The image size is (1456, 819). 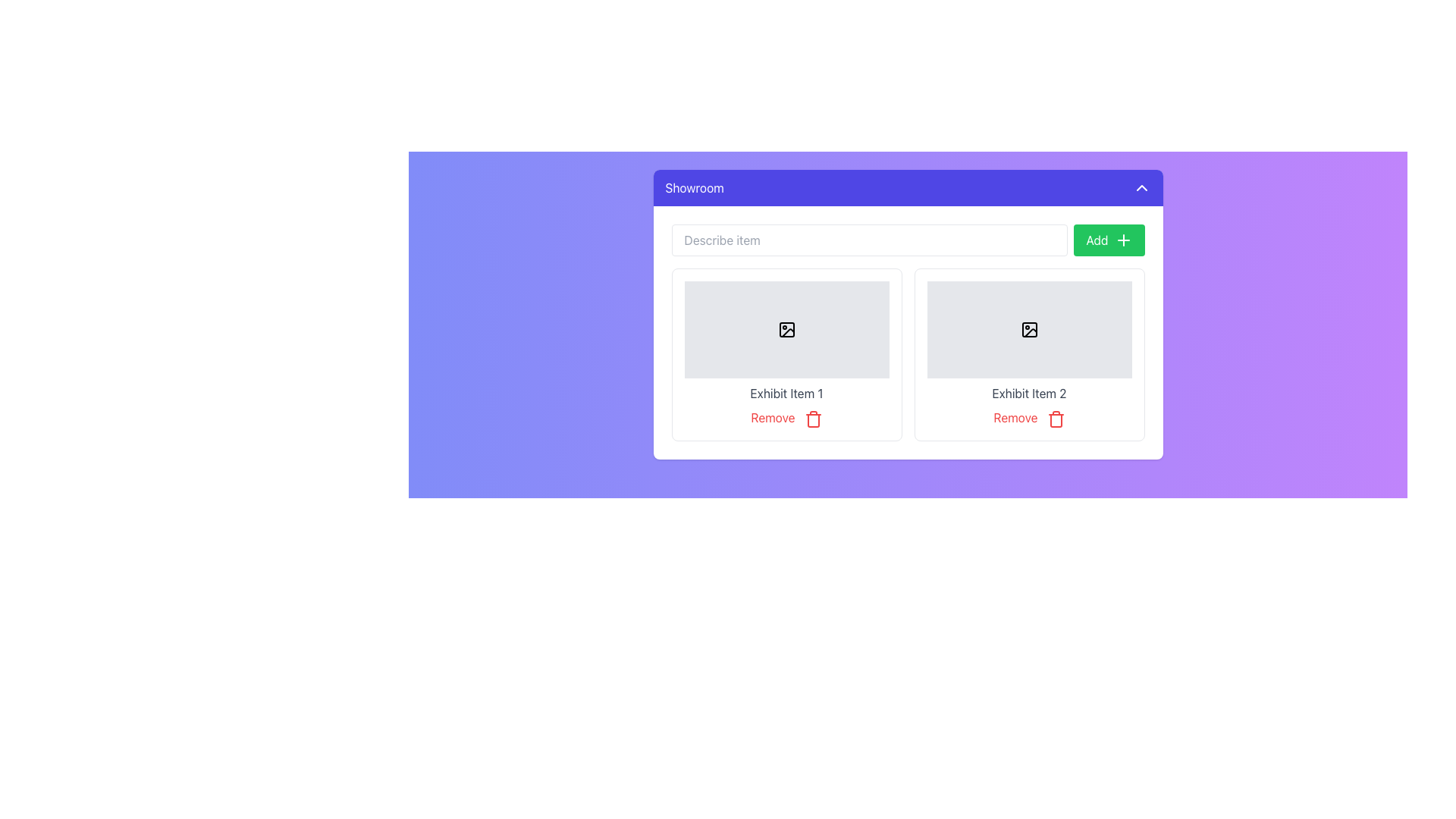 I want to click on the placeholder icon representing a missing or non-loaded image, located in the second column under the 'Exhibit Item 2' heading, so click(x=1029, y=329).